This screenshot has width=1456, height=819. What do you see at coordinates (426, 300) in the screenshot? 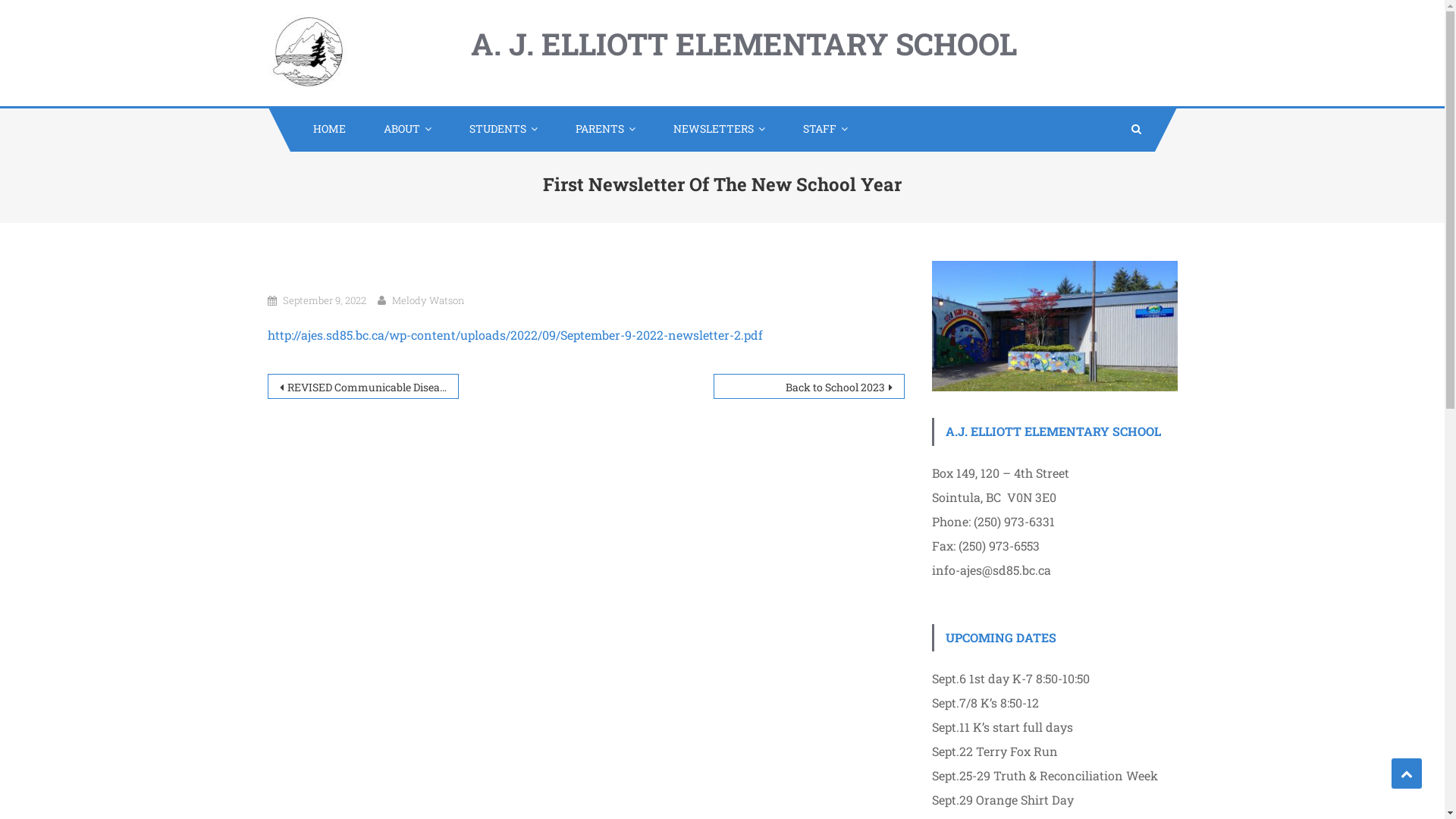
I see `'Melody Watson'` at bounding box center [426, 300].